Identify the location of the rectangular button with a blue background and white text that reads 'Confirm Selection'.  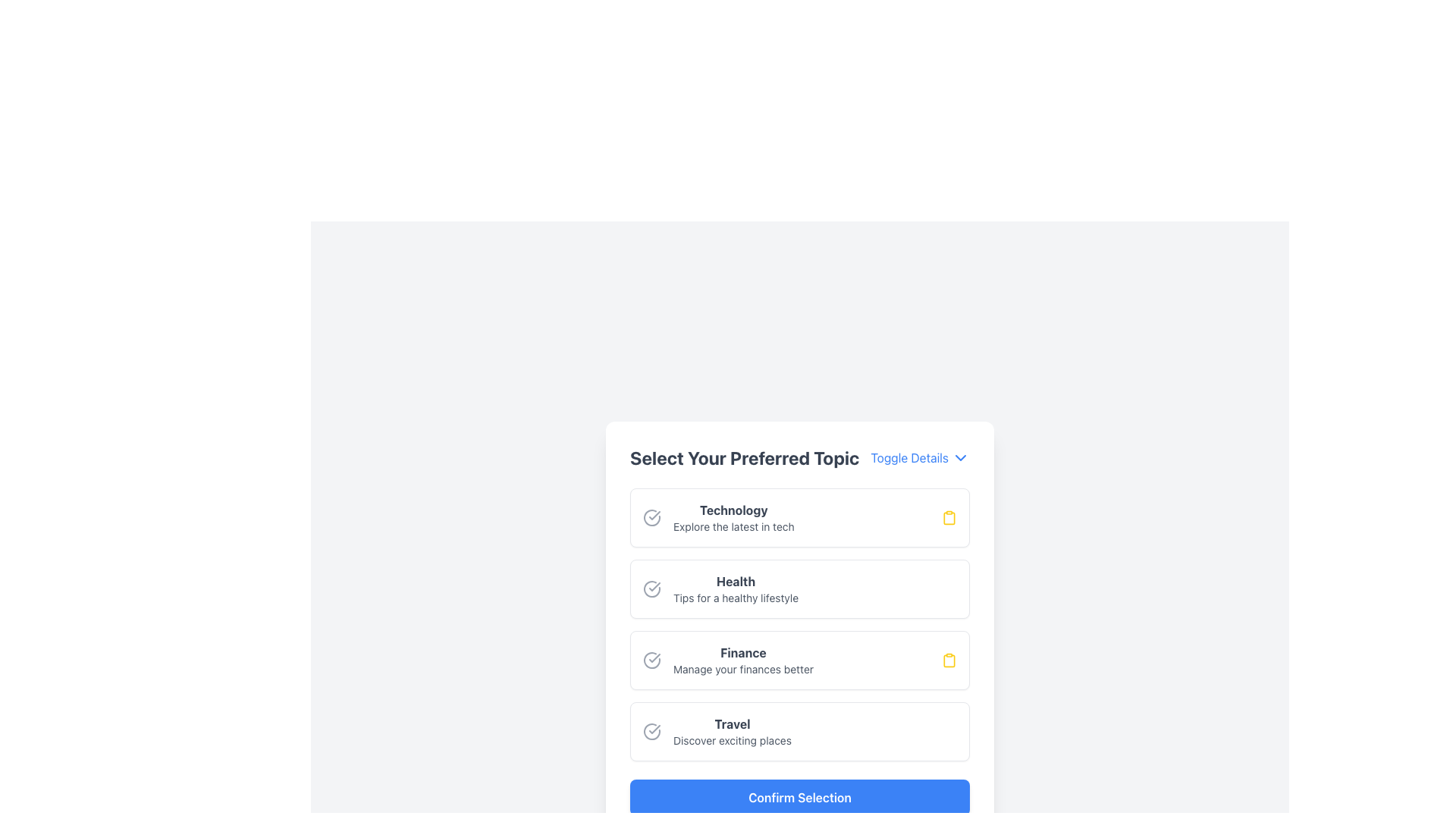
(799, 797).